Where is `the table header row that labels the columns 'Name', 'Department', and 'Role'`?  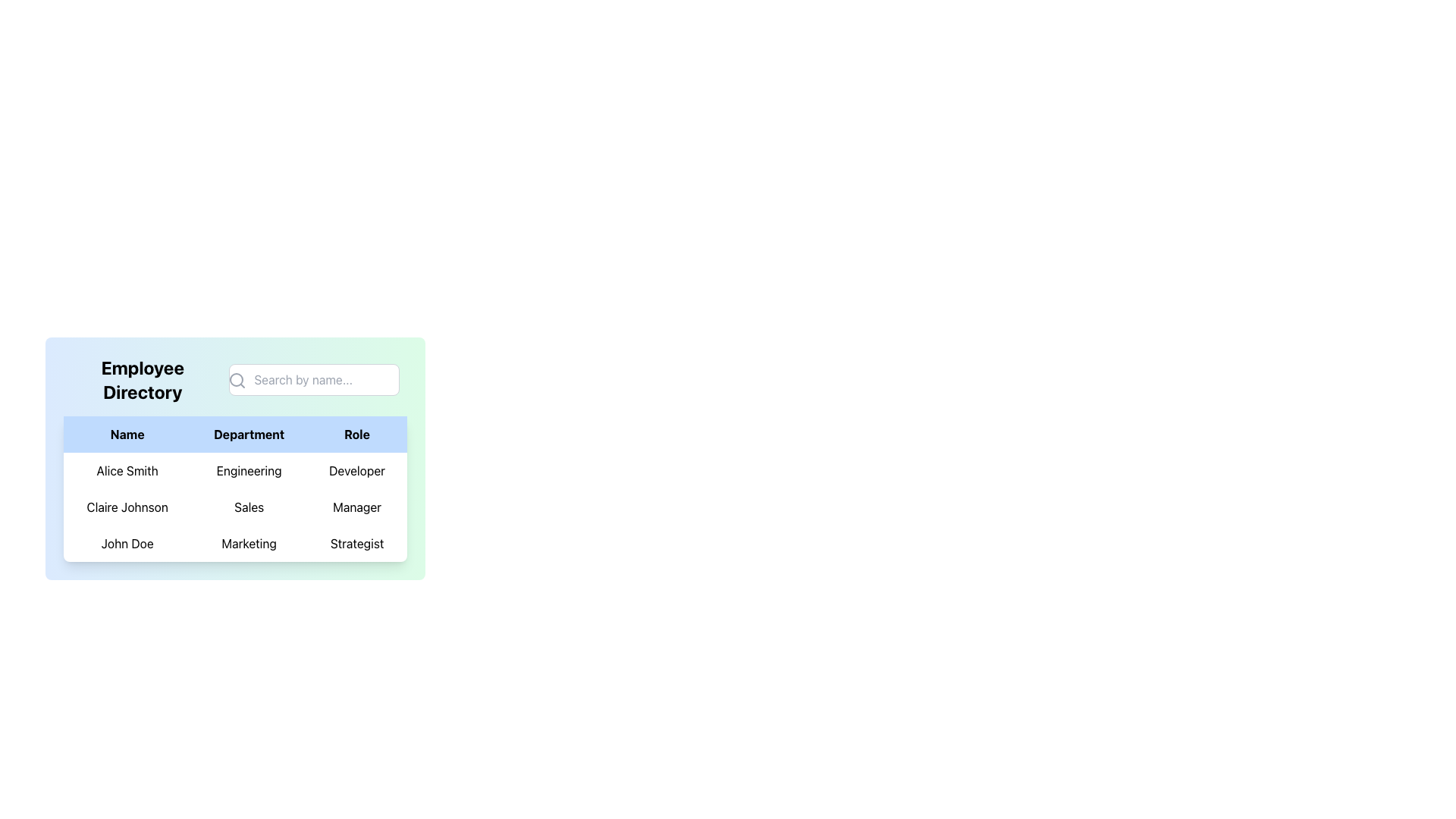
the table header row that labels the columns 'Name', 'Department', and 'Role' is located at coordinates (234, 435).